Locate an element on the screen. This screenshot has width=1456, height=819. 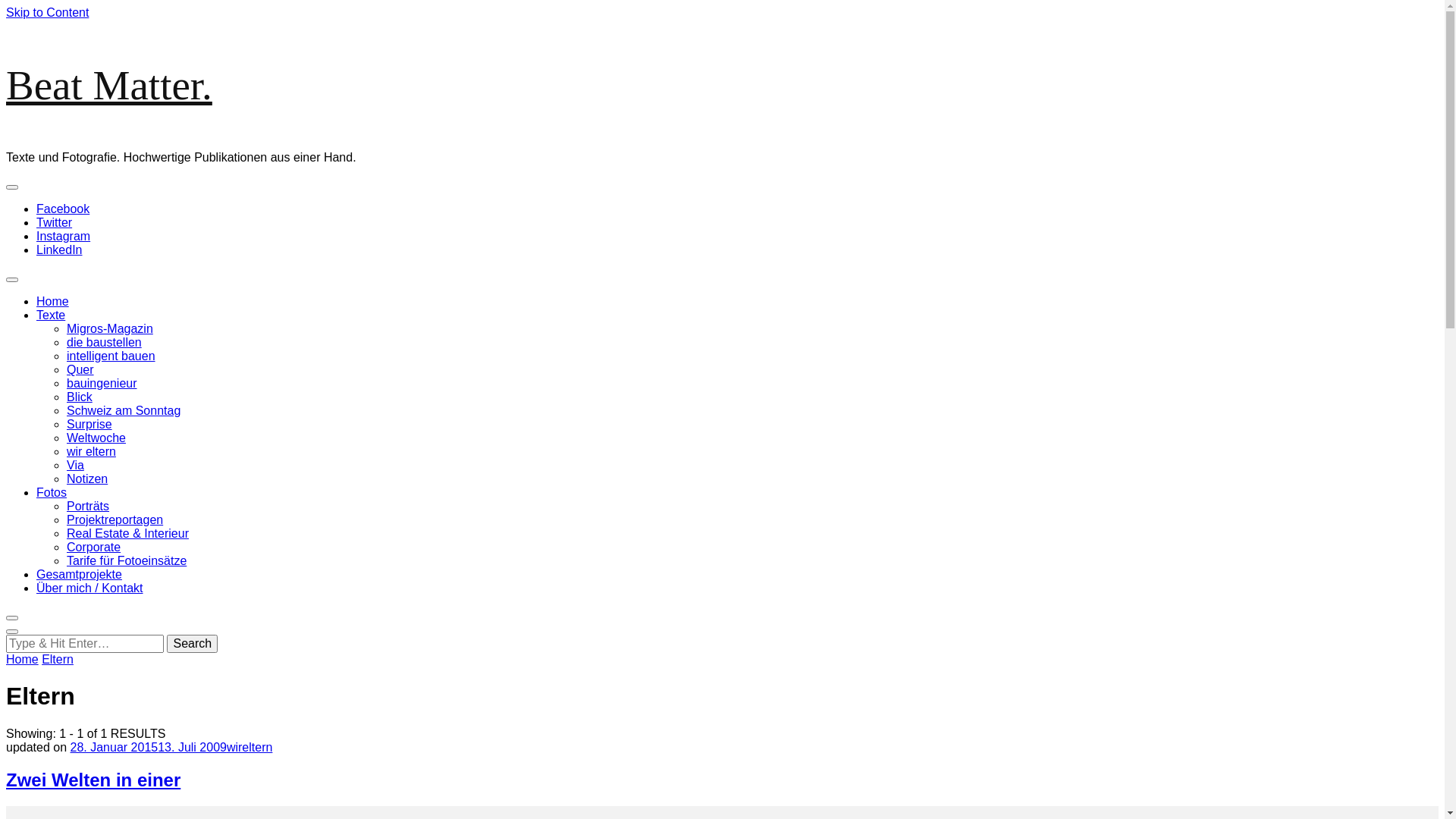
'Migros-Magazin' is located at coordinates (65, 328).